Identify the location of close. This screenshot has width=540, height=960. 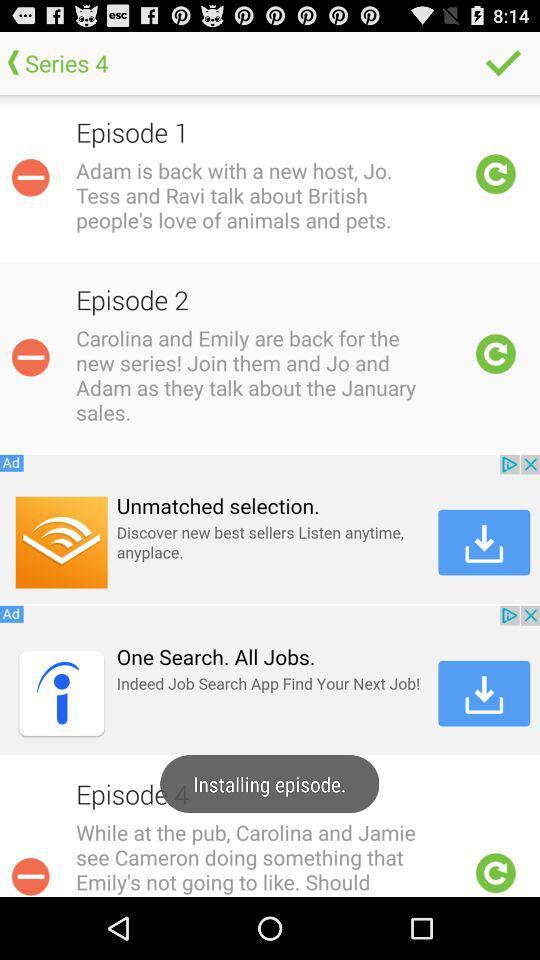
(29, 873).